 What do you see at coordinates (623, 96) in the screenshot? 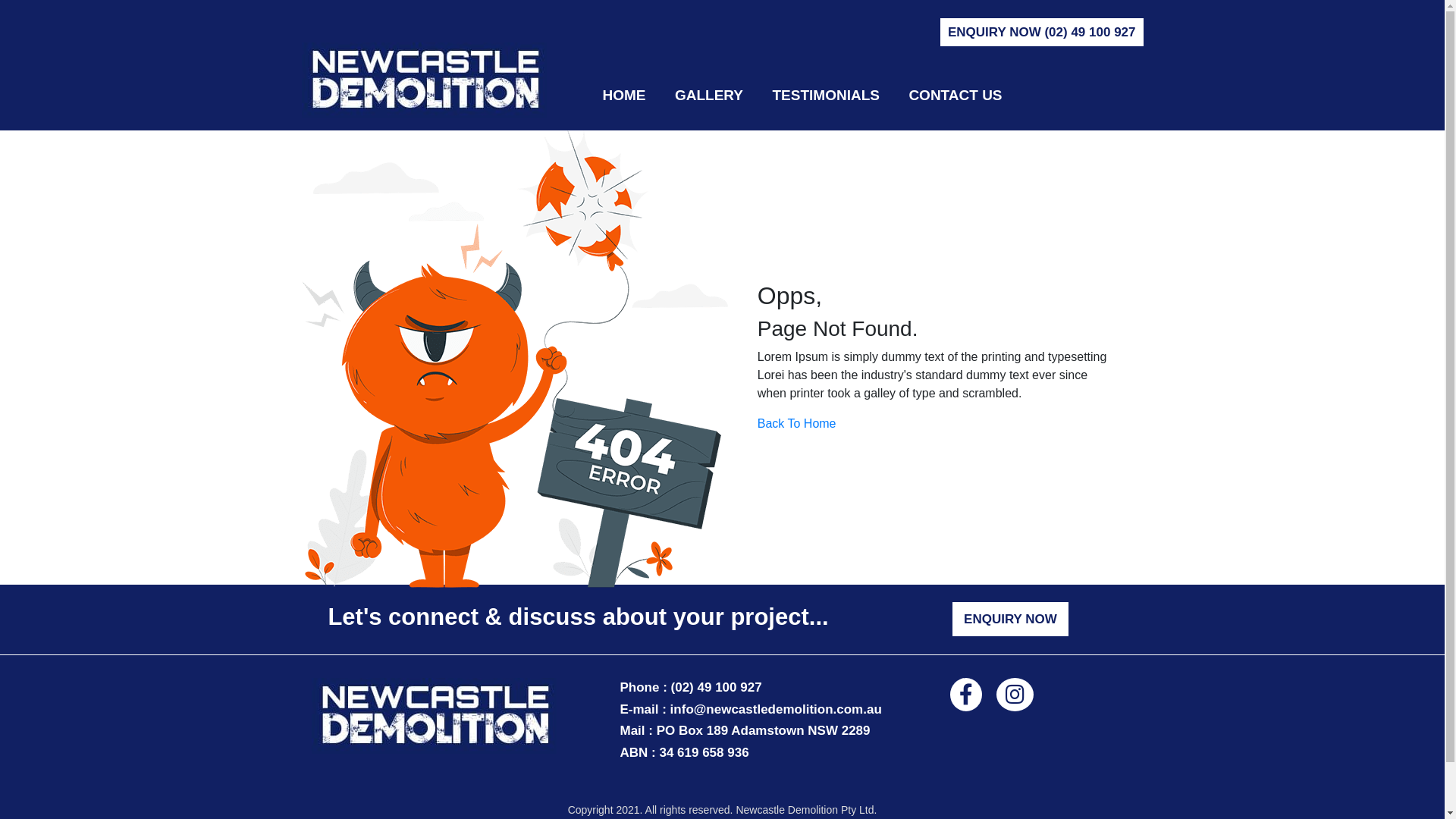
I see `'HOME'` at bounding box center [623, 96].